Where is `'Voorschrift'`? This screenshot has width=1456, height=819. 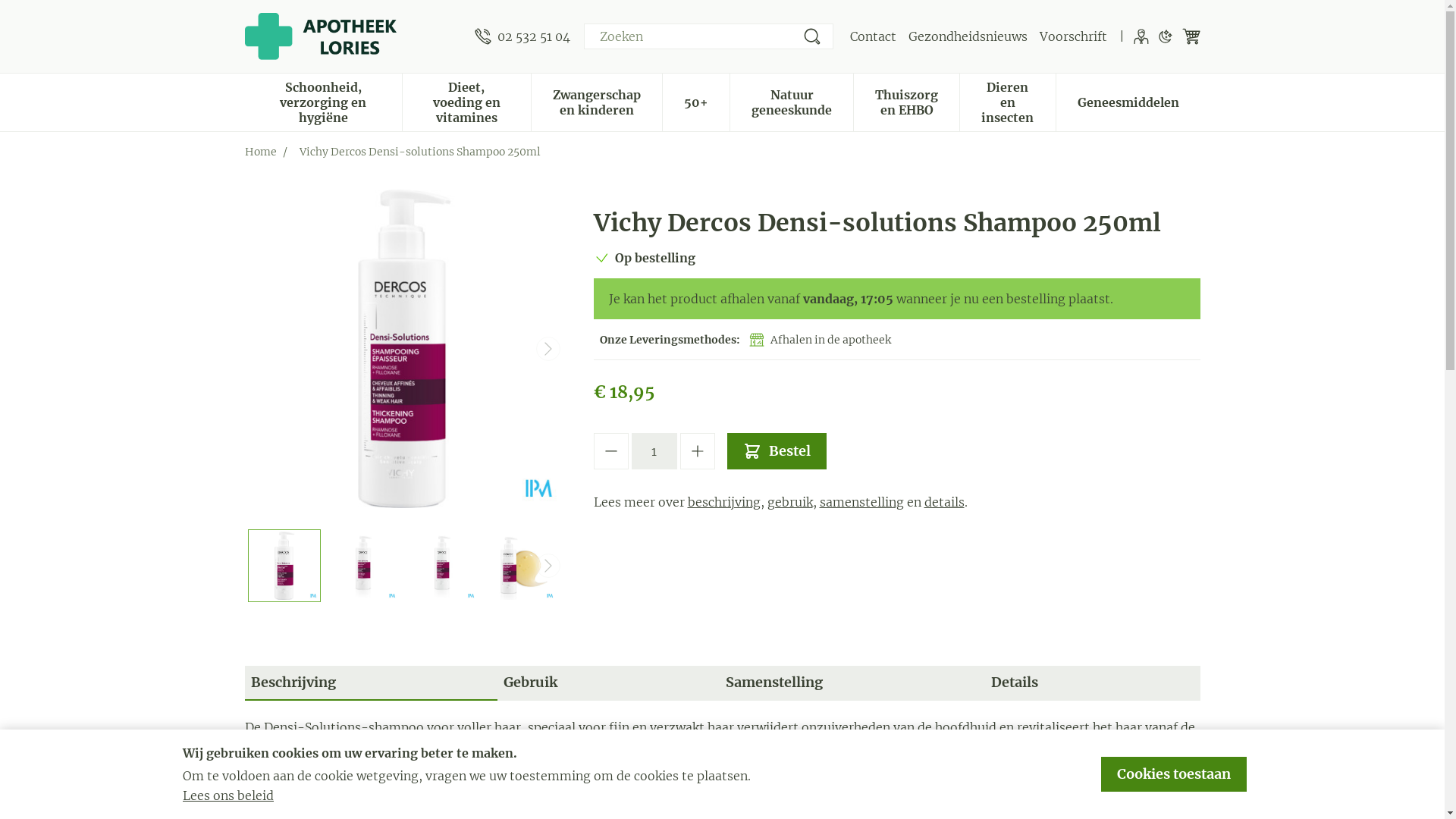 'Voorschrift' is located at coordinates (1072, 35).